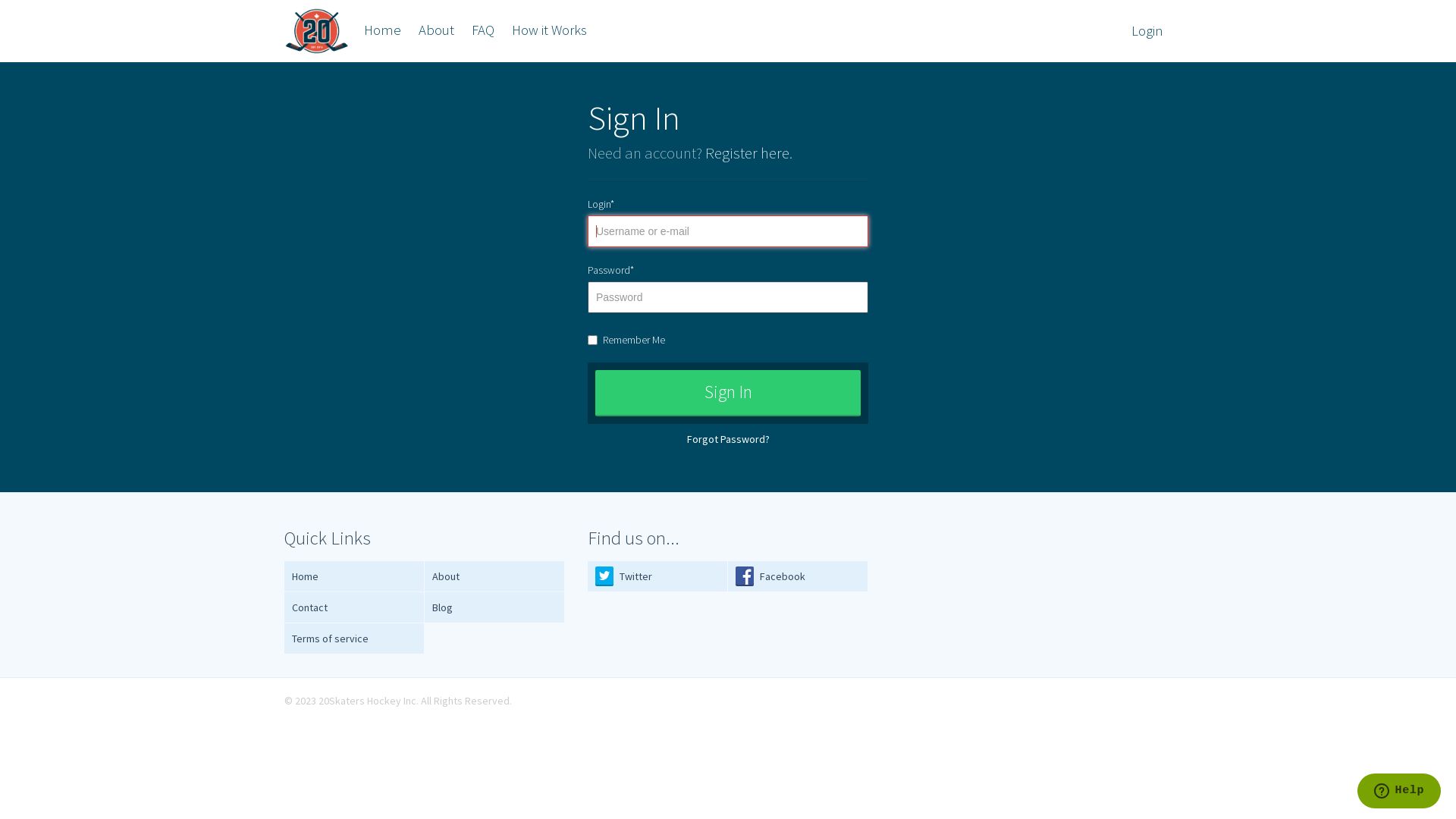 The width and height of the screenshot is (1456, 819). I want to click on 'FAQ', so click(482, 30).